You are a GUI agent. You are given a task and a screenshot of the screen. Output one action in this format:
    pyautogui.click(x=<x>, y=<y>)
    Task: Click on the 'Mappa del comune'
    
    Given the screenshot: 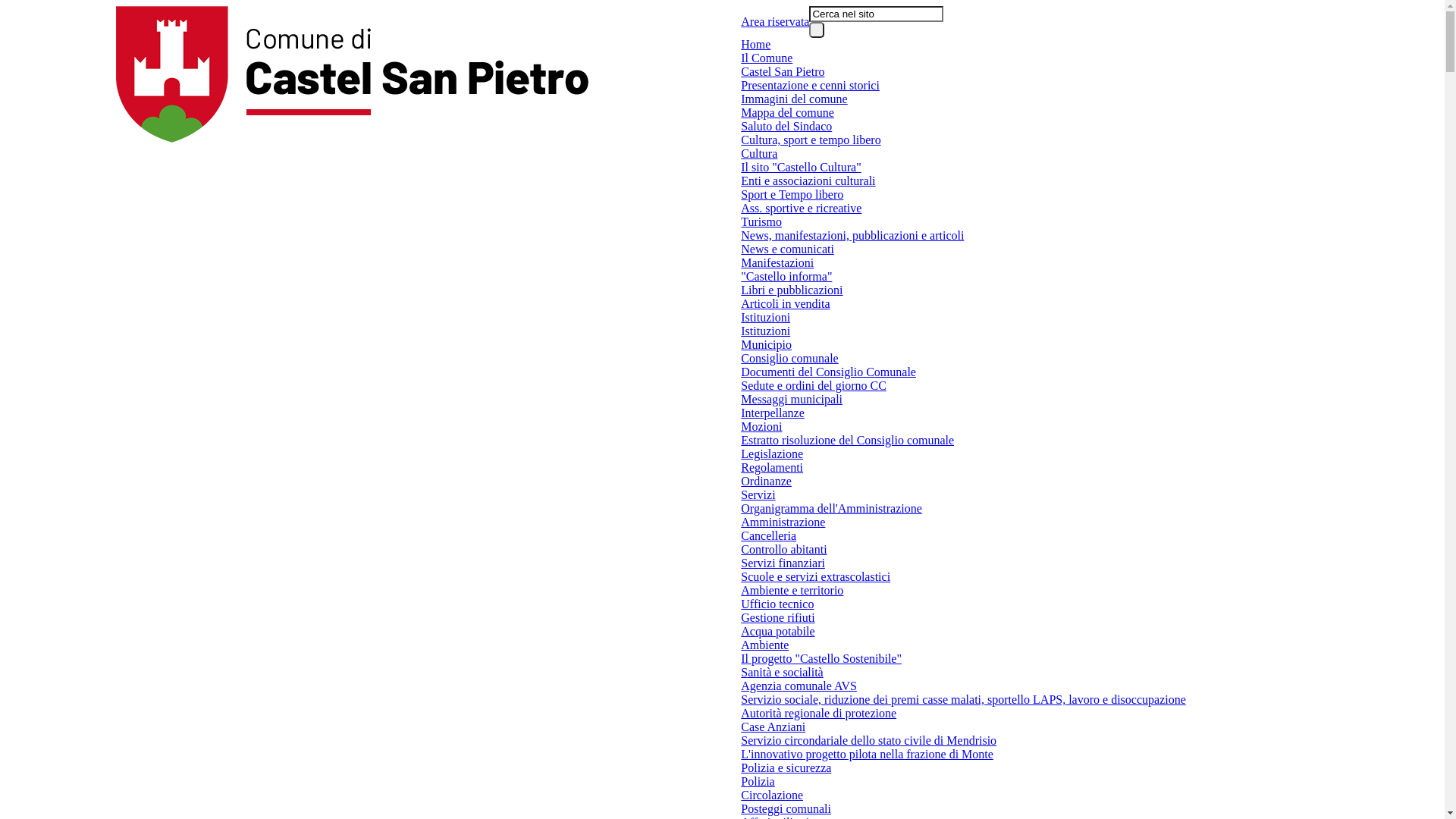 What is the action you would take?
    pyautogui.click(x=787, y=112)
    